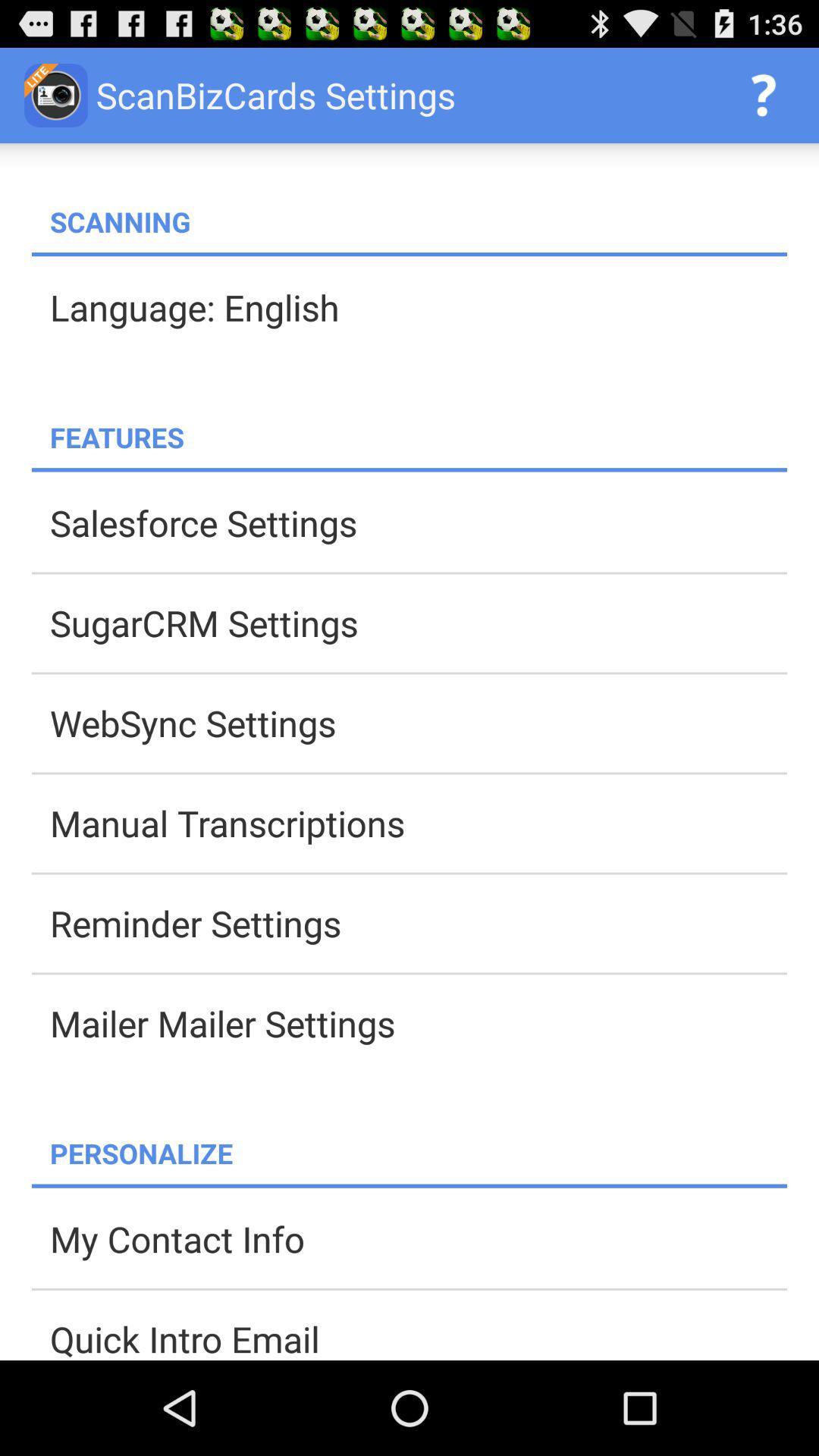 The height and width of the screenshot is (1456, 819). I want to click on the icon below language: english icon, so click(418, 436).